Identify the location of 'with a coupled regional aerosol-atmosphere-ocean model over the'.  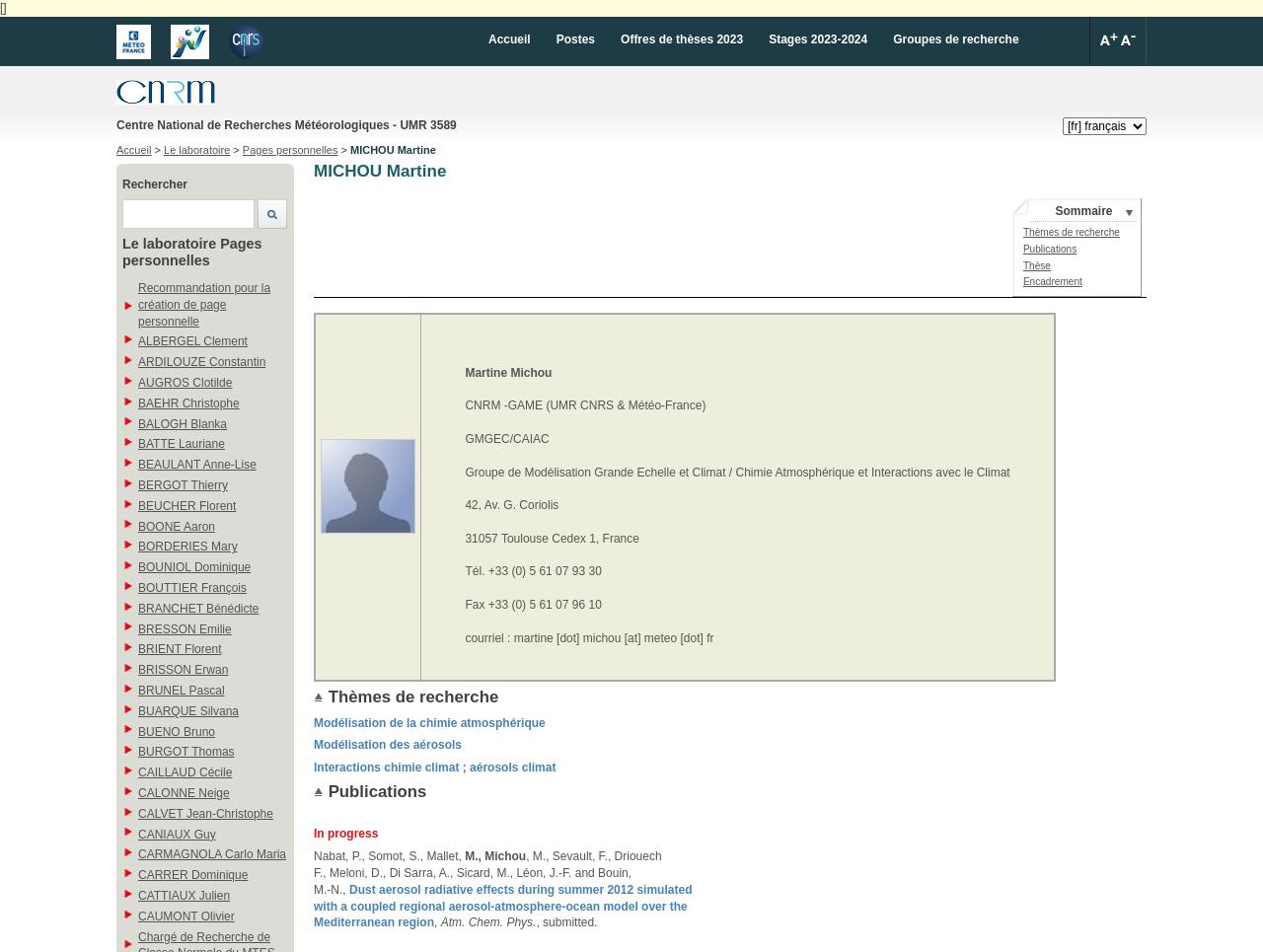
(500, 905).